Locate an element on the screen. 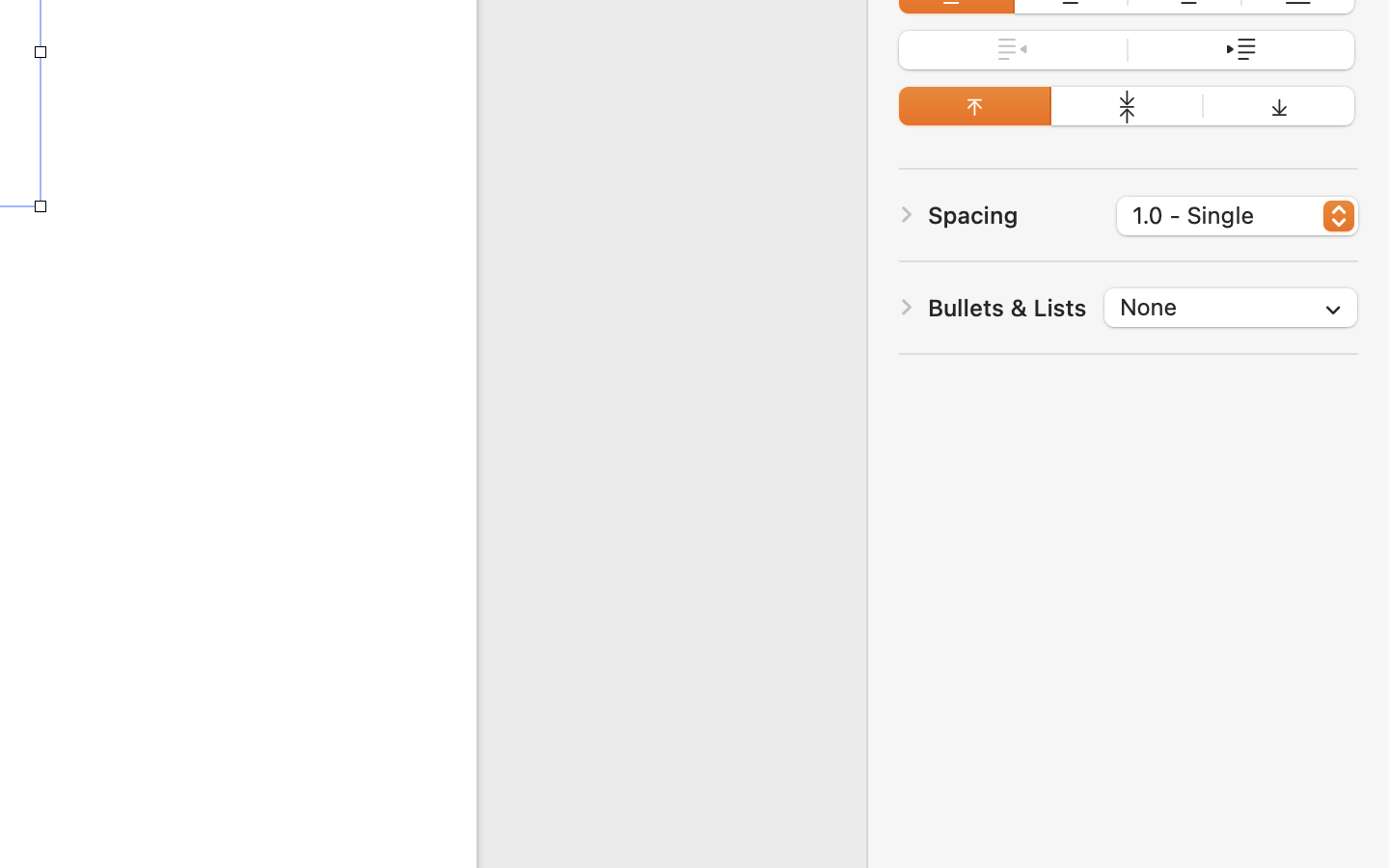  '1.0 - Single' is located at coordinates (1239, 217).